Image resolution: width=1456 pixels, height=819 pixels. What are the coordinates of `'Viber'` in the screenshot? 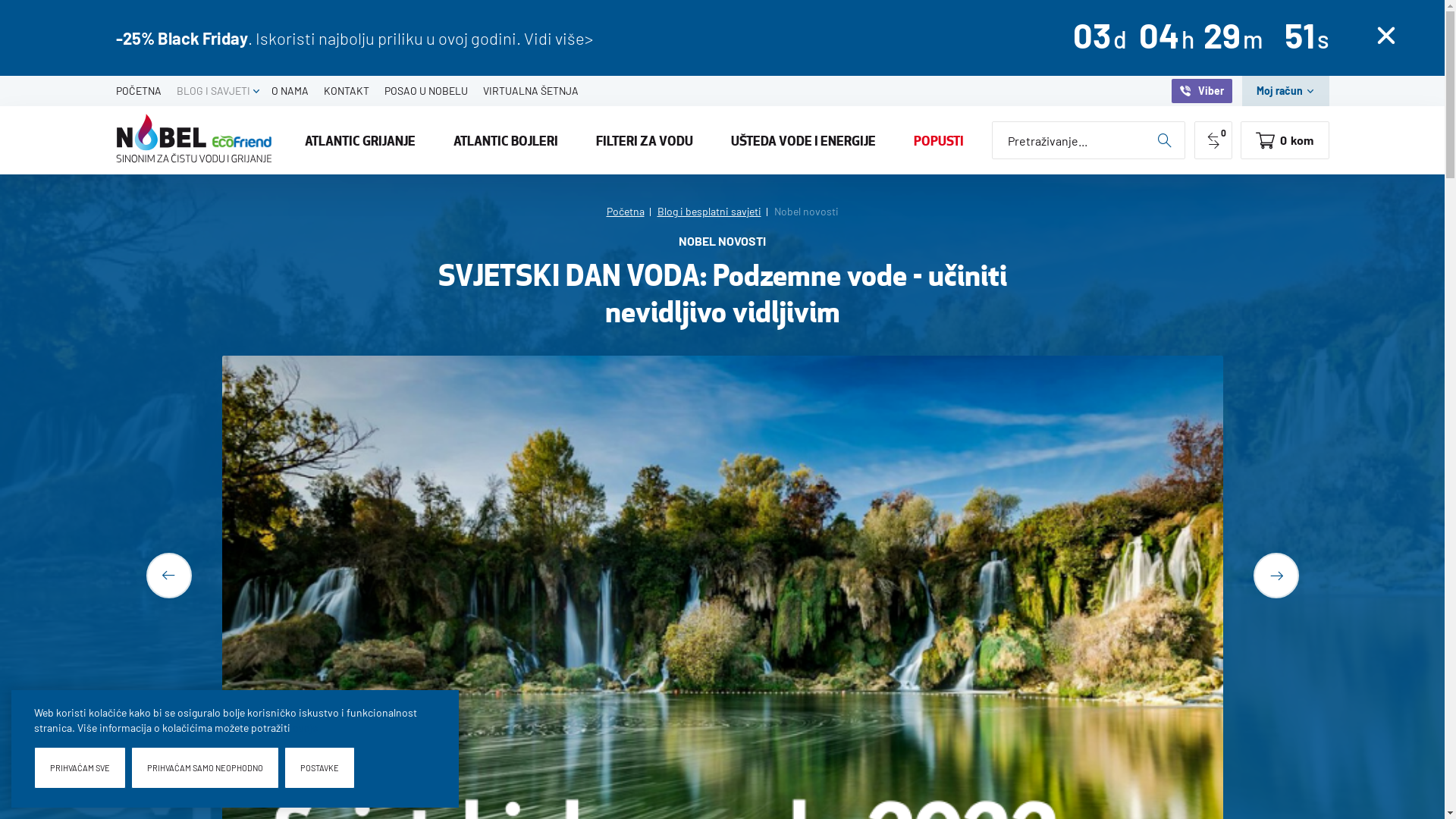 It's located at (1200, 90).